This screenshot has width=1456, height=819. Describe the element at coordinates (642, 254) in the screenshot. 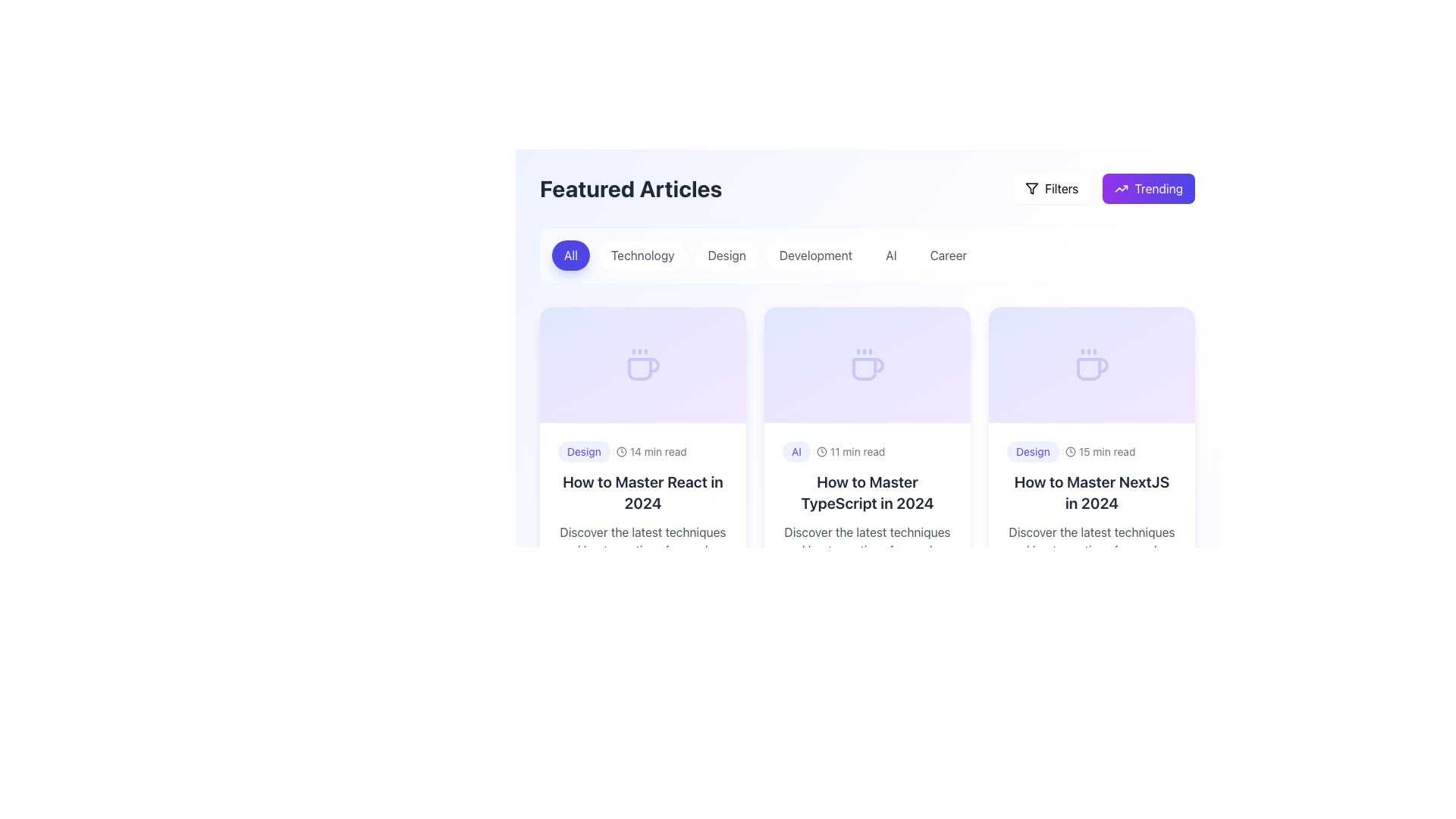

I see `the 'Technology' filter button, which is a pill-shaped button with gray text and a white background, located in the horizontal row of category buttons below the 'Featured Articles' header` at that location.